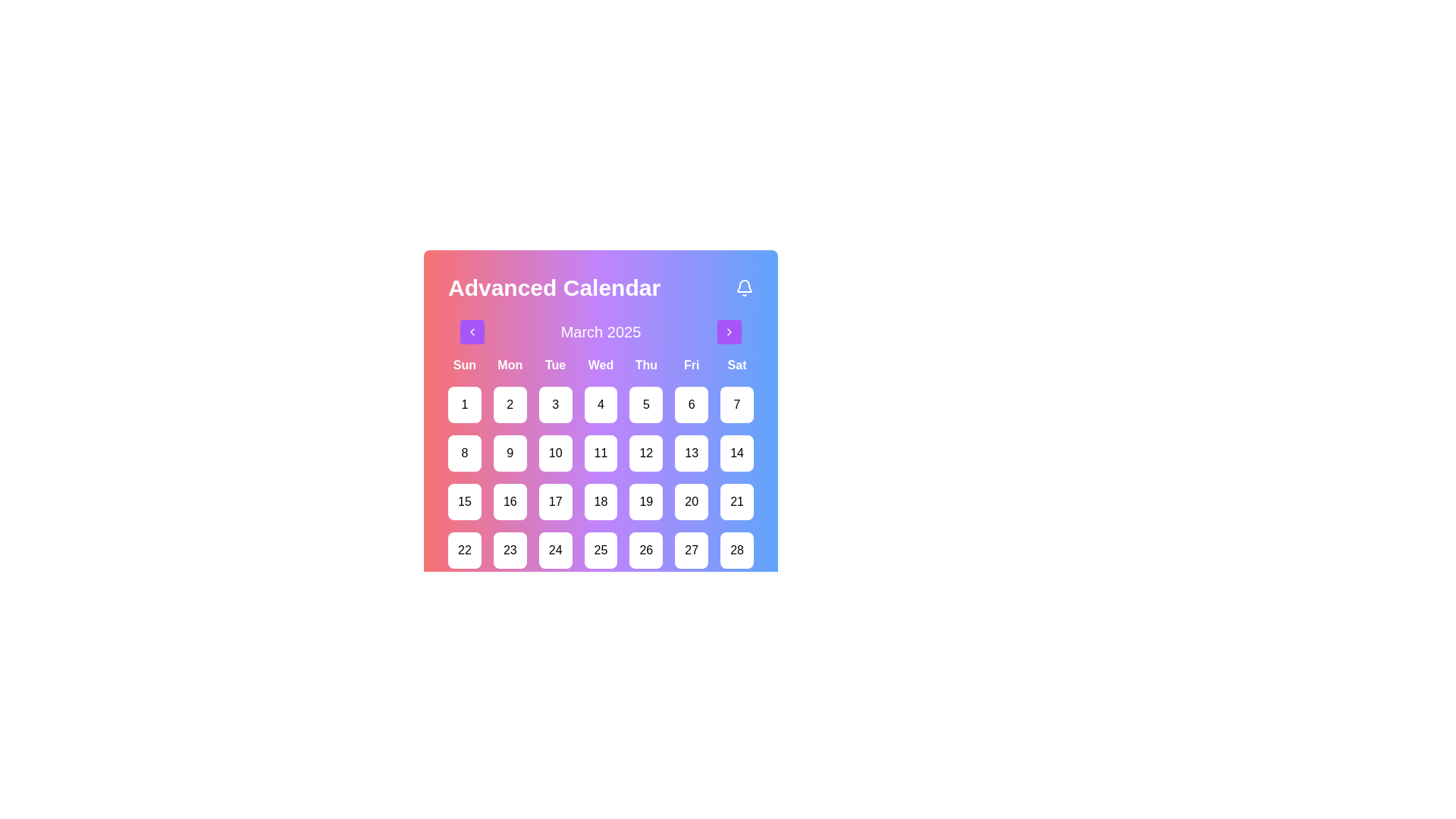 This screenshot has height=819, width=1456. What do you see at coordinates (646, 502) in the screenshot?
I see `the square button with the number '19' in black text at its center` at bounding box center [646, 502].